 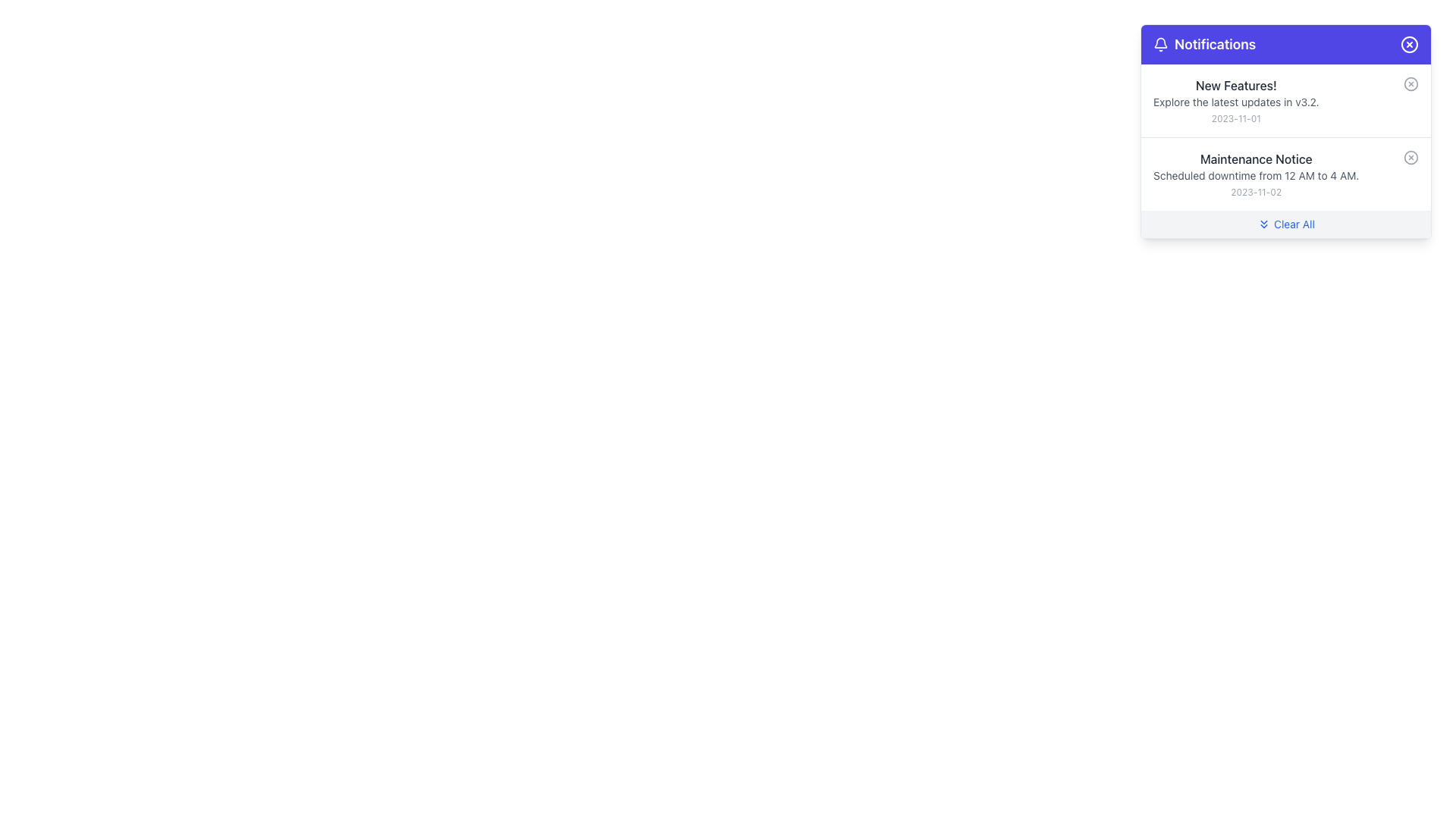 What do you see at coordinates (1256, 174) in the screenshot?
I see `the informational text label that provides details about the scheduled downtime for maintenance, located in the second notification card under the 'Notifications' panel, directly below the title 'Maintenance Notice'` at bounding box center [1256, 174].